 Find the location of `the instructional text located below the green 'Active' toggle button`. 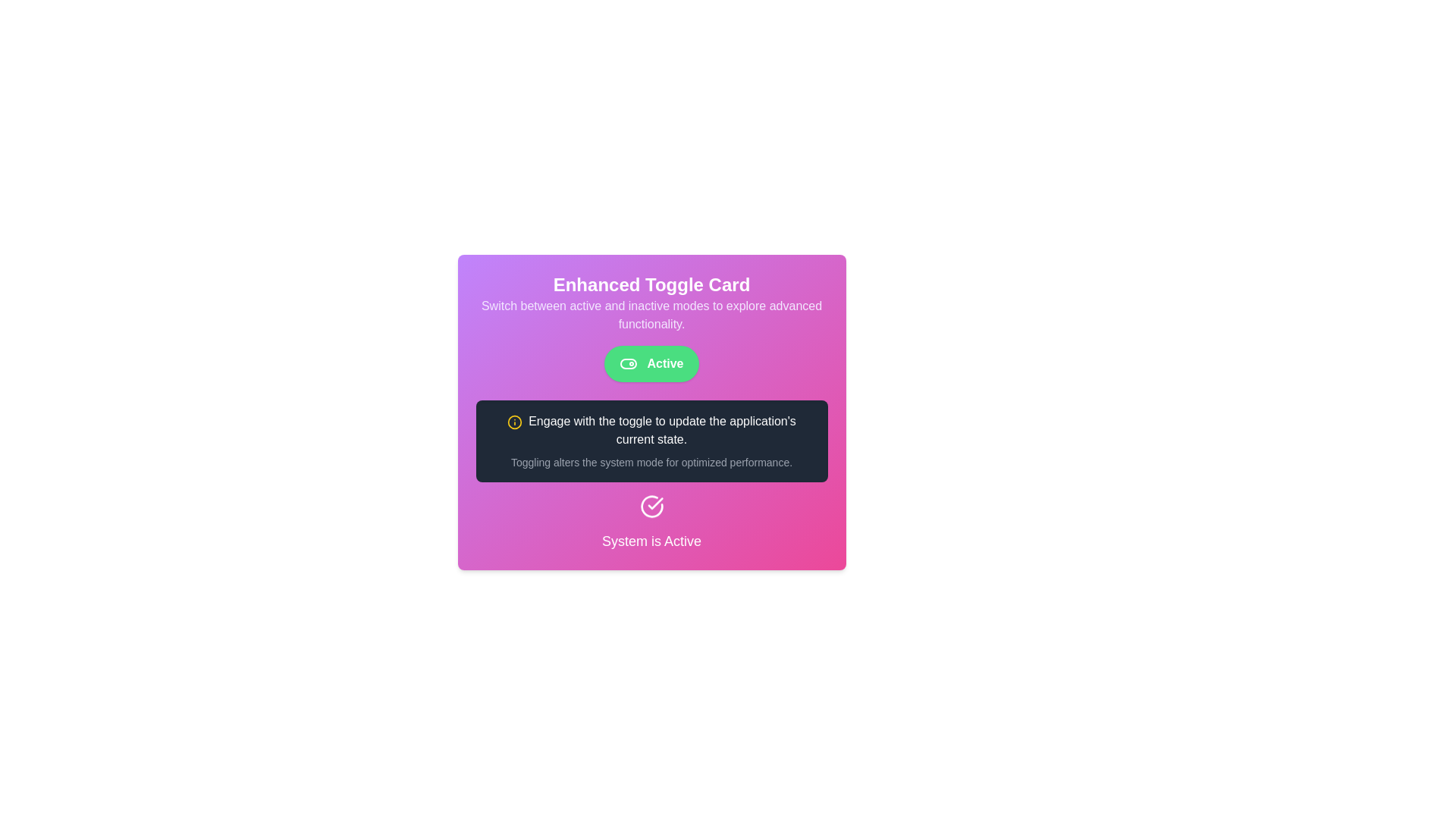

the instructional text located below the green 'Active' toggle button is located at coordinates (651, 430).